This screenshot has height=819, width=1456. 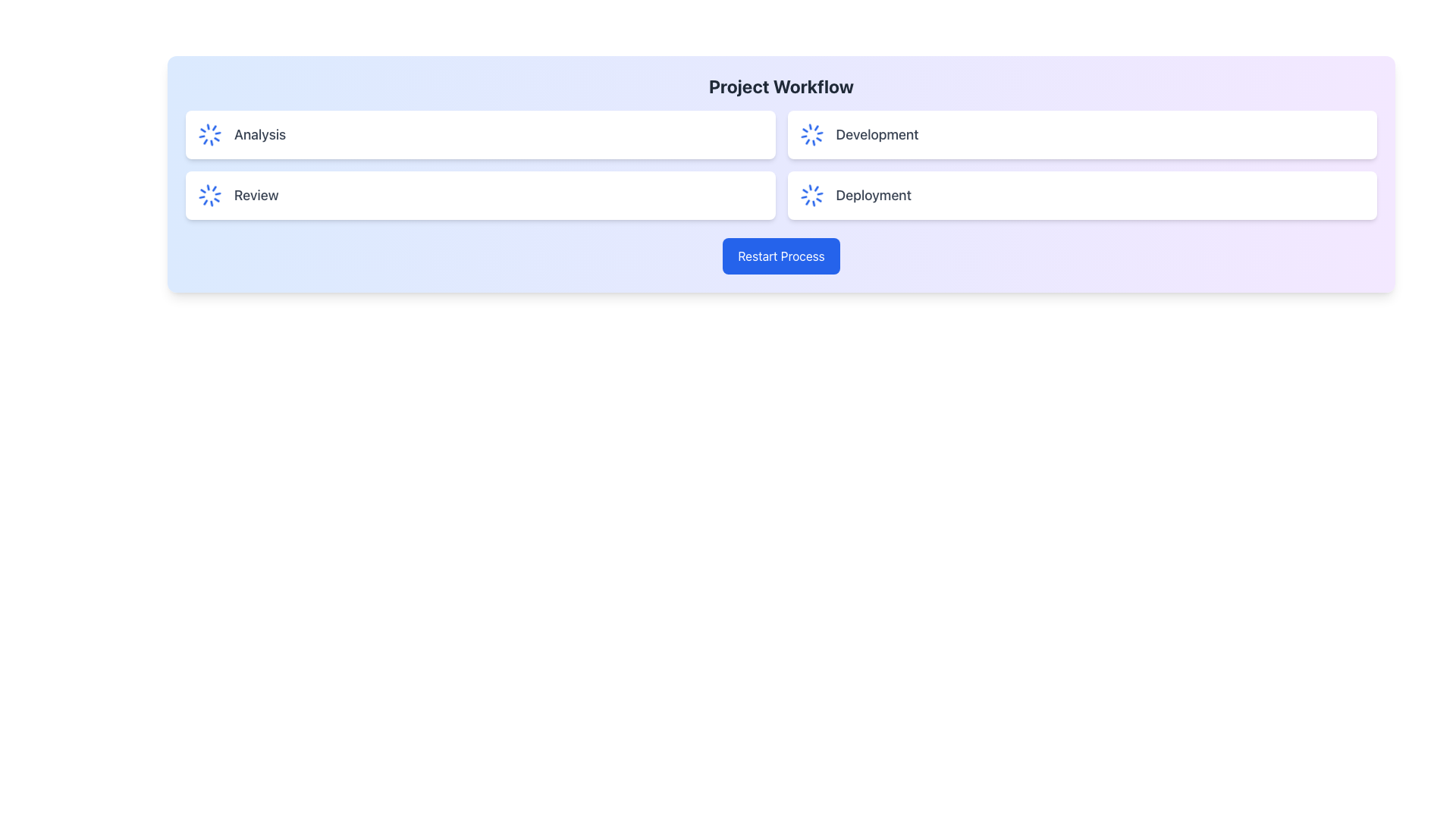 What do you see at coordinates (1081, 133) in the screenshot?
I see `the 'Development' card, which is a white rectangular card with rounded corners located in the upper-right quadrant of the grid layout` at bounding box center [1081, 133].